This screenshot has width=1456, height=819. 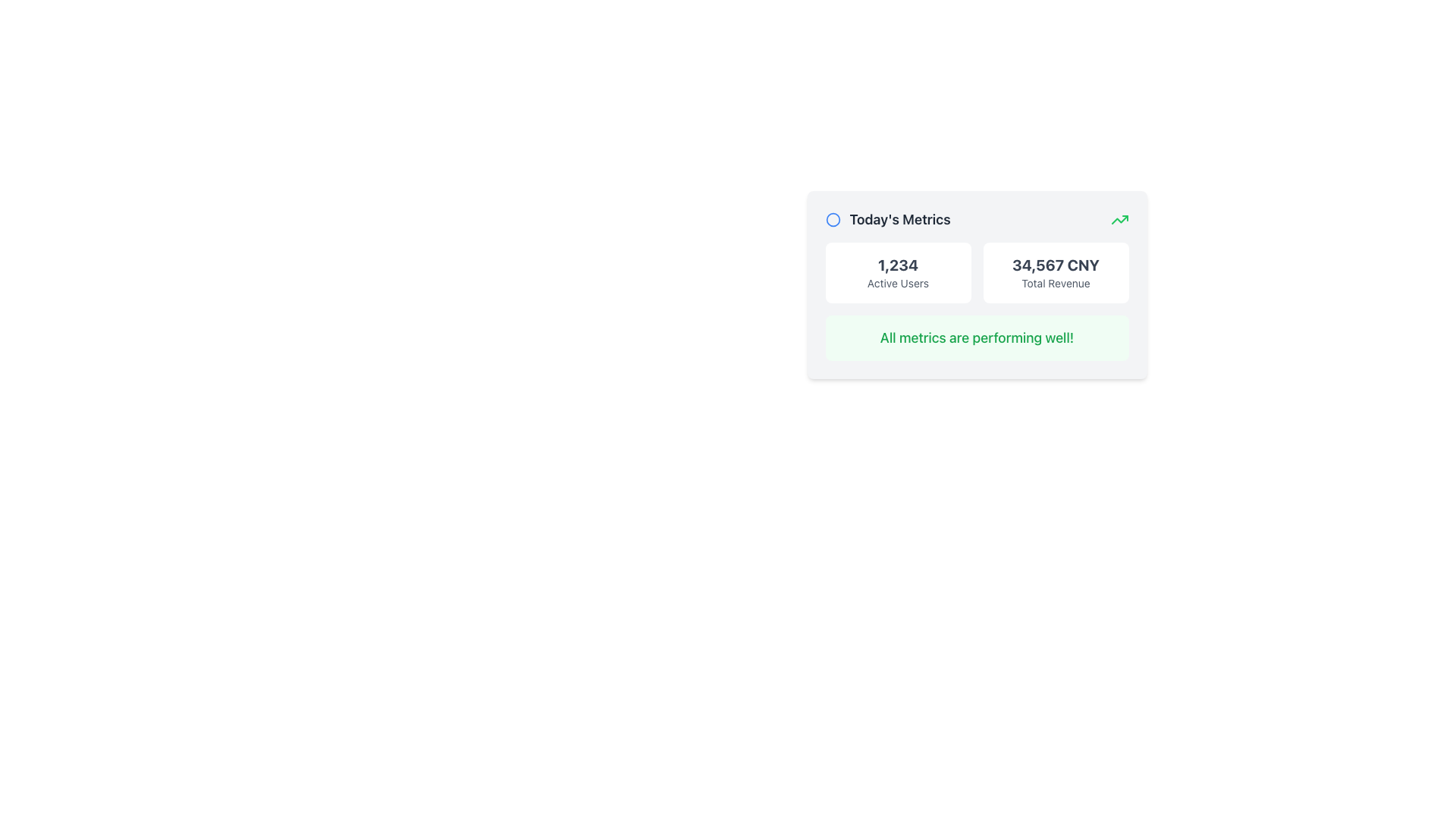 What do you see at coordinates (1055, 271) in the screenshot?
I see `displayed total revenue amount from the Text Display Card located in the second column of the grid, adjacent to the '1,234 Active Users' metric cell` at bounding box center [1055, 271].